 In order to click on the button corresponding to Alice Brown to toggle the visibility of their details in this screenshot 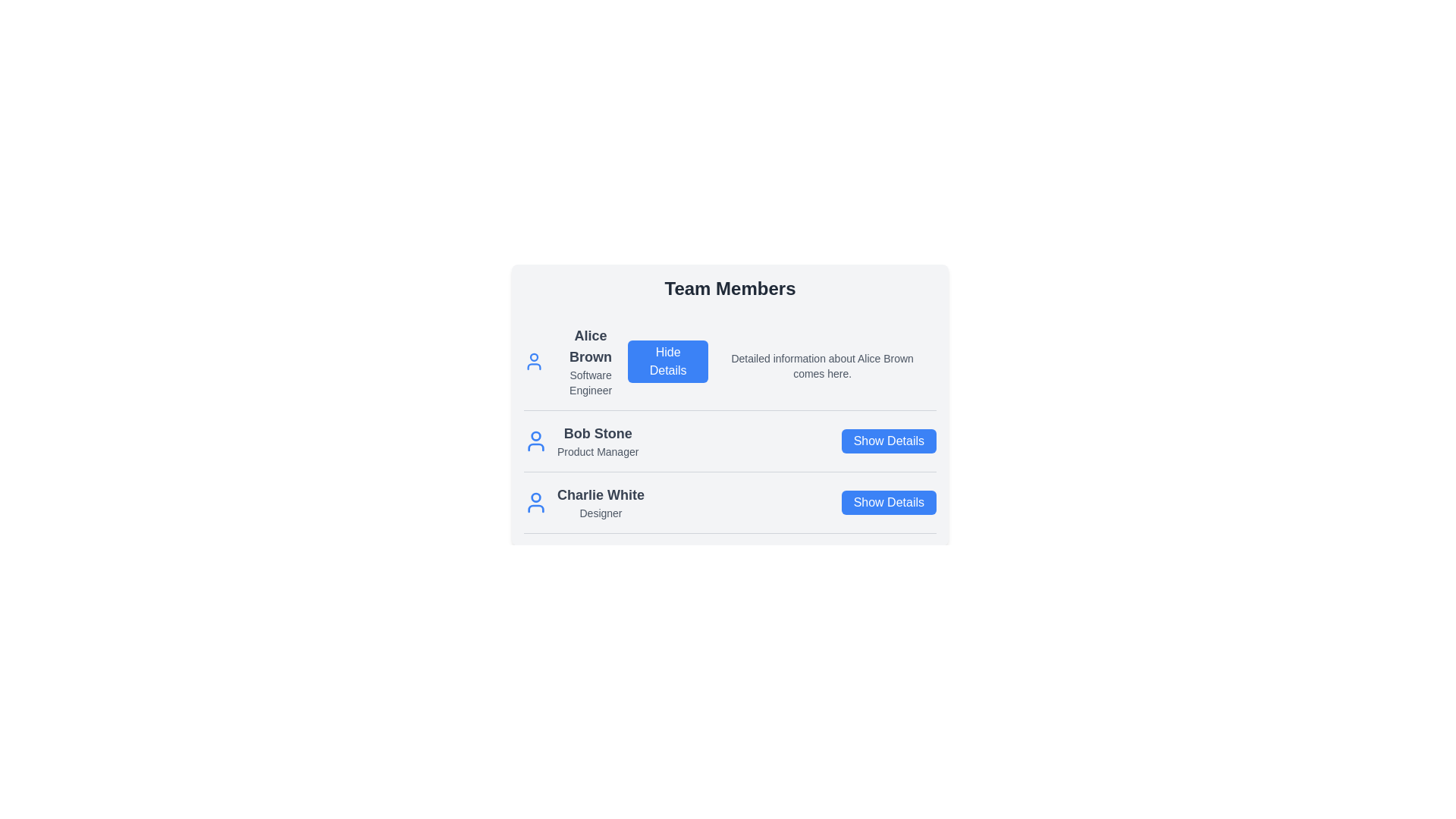, I will do `click(667, 362)`.